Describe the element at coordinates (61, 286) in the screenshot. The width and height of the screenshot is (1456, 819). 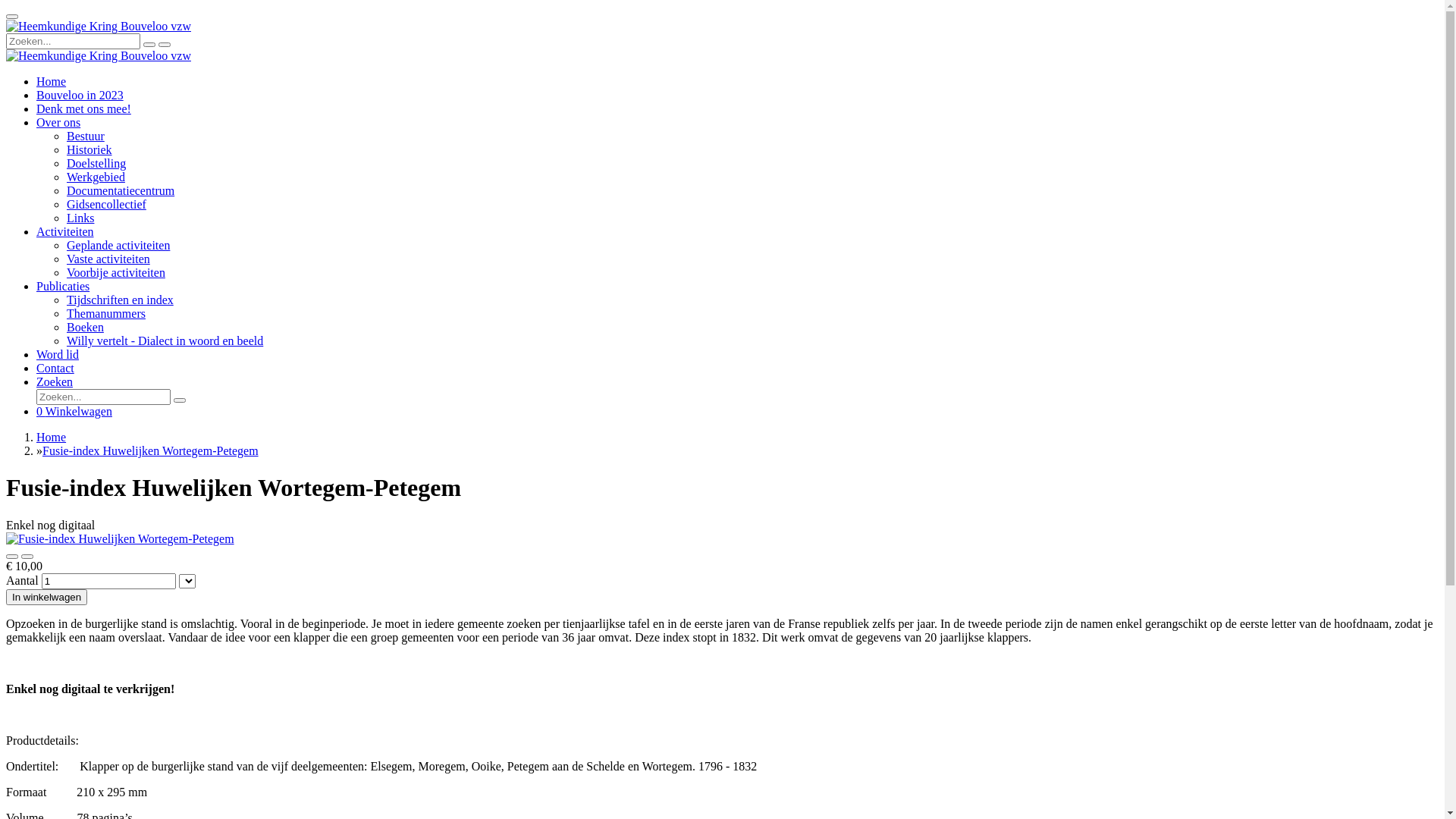
I see `'Publicaties'` at that location.